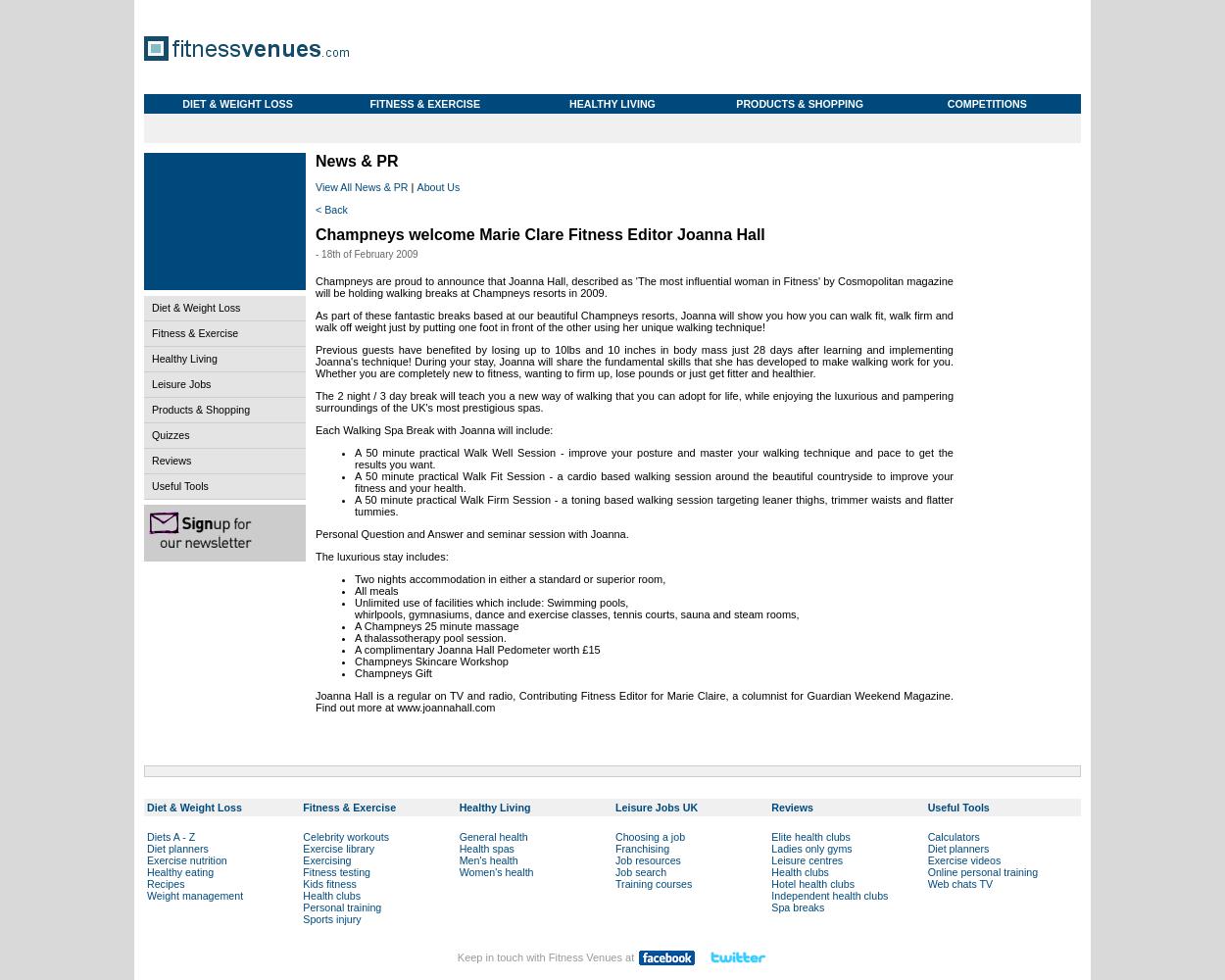 This screenshot has width=1225, height=980. Describe the element at coordinates (328, 884) in the screenshot. I see `'Kids fitness'` at that location.